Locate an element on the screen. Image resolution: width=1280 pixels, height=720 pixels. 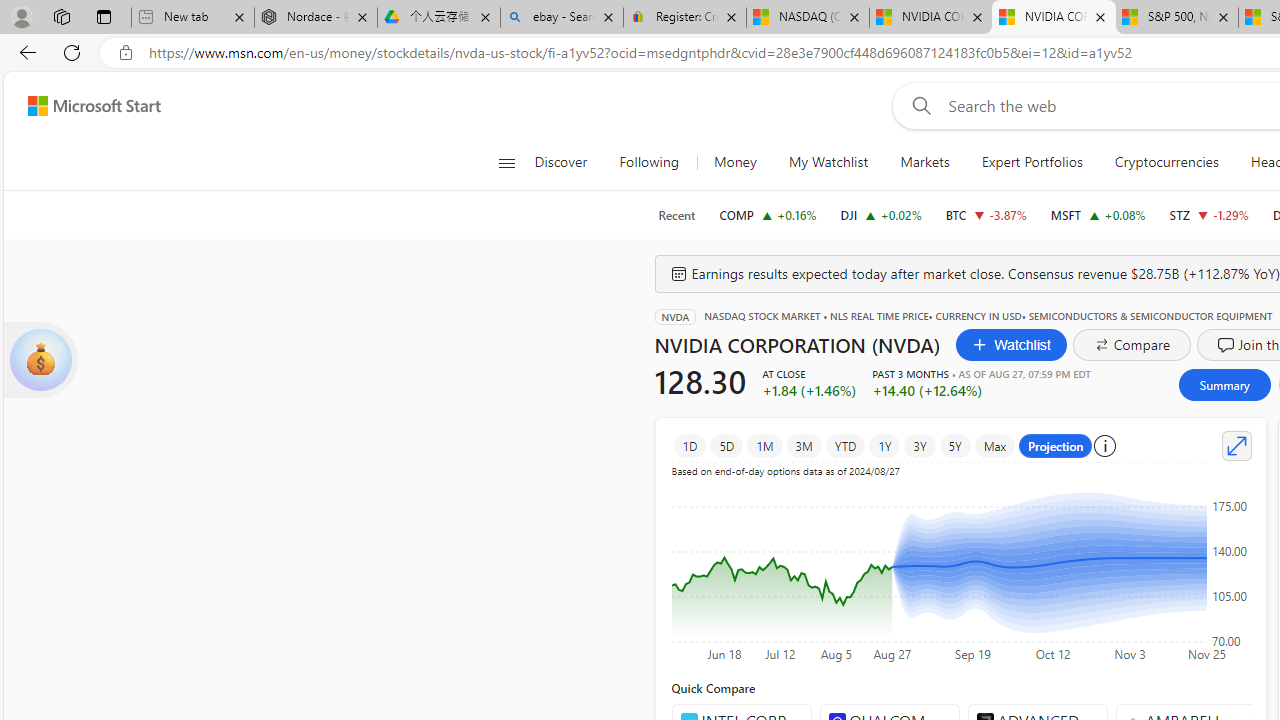
'Watchlist' is located at coordinates (1011, 343).